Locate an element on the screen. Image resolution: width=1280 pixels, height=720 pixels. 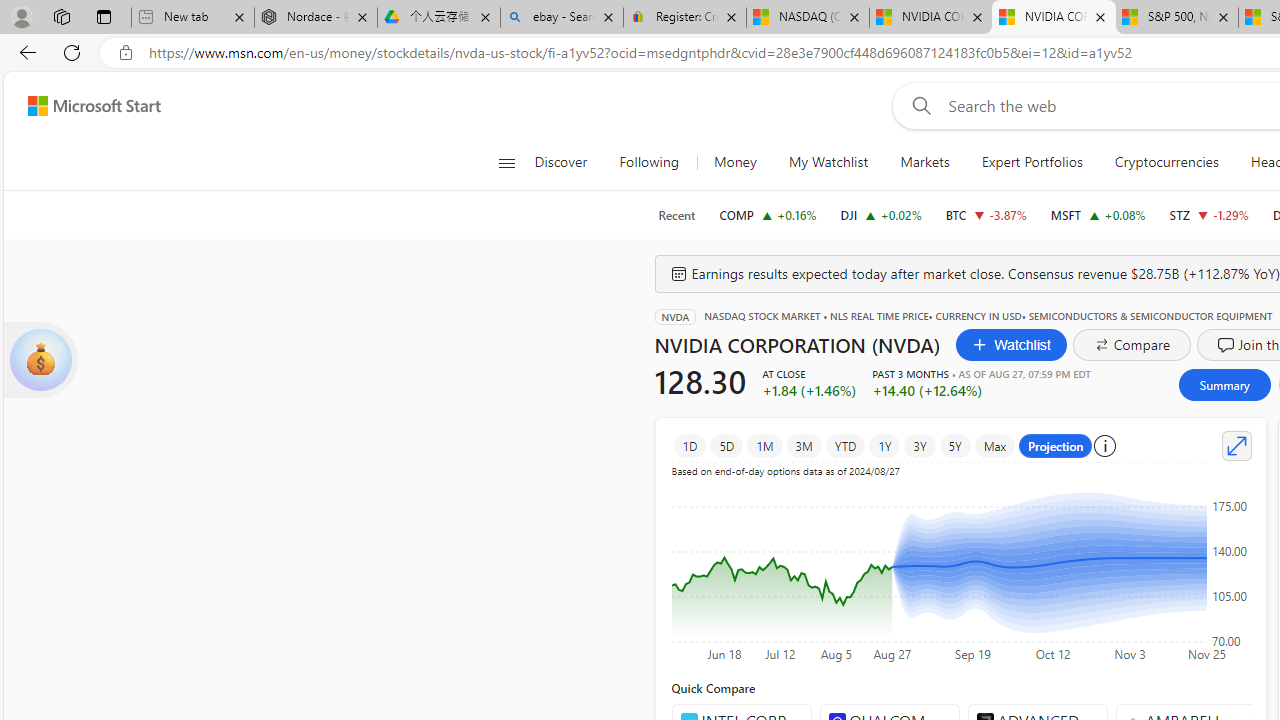
'Watchlist' is located at coordinates (1011, 343).